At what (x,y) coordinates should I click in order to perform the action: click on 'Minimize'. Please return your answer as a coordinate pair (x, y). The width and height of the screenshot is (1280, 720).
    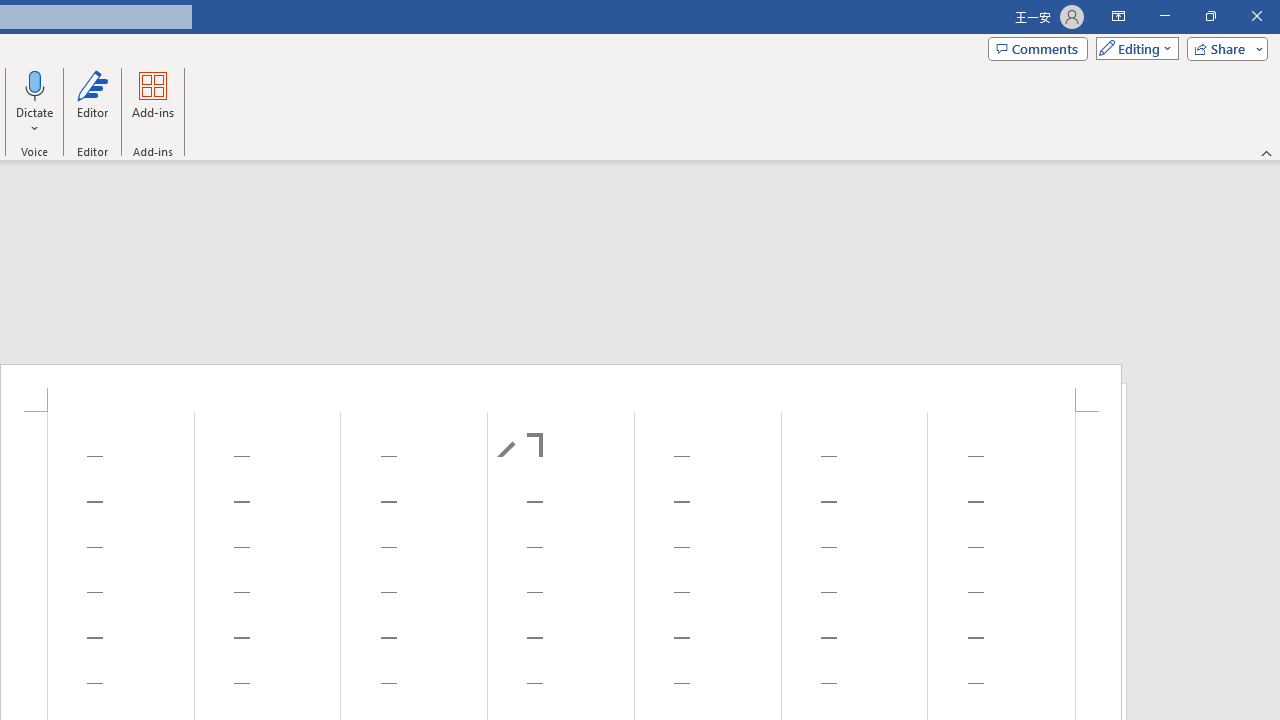
    Looking at the image, I should click on (1164, 16).